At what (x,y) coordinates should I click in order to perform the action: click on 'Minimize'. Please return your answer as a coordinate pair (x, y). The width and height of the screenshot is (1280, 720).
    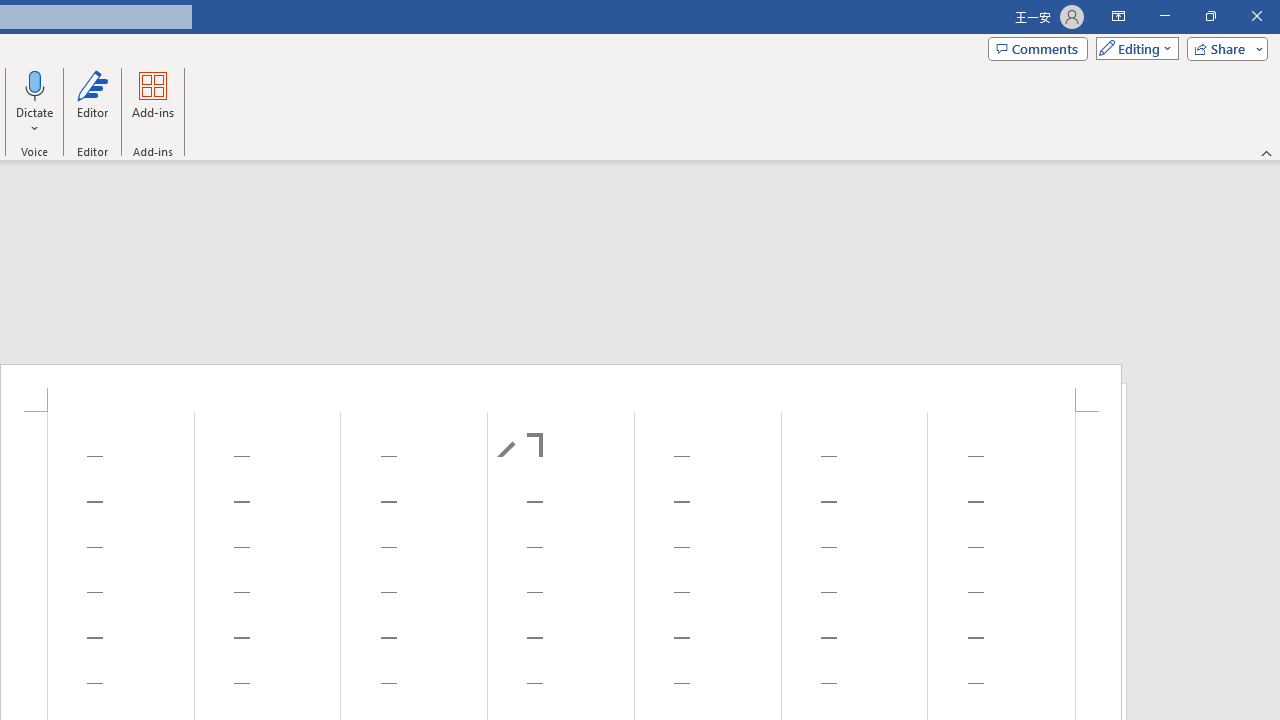
    Looking at the image, I should click on (1164, 16).